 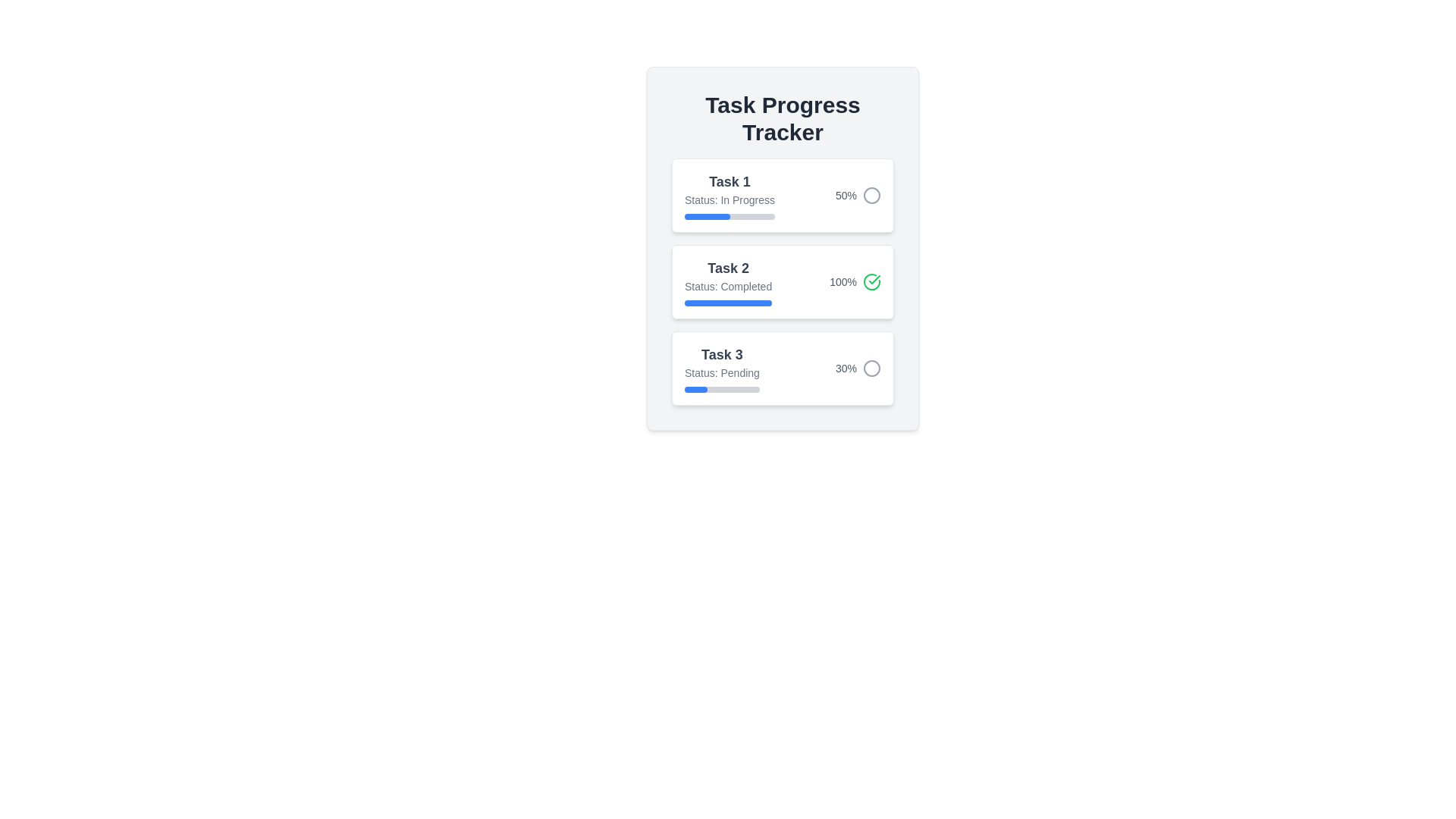 I want to click on the Text component that indicates task completion percentage ('100%') located in the second task card ('Task 2'), positioned to the left of a green checkmark icon and above the progress bar, so click(x=843, y=281).